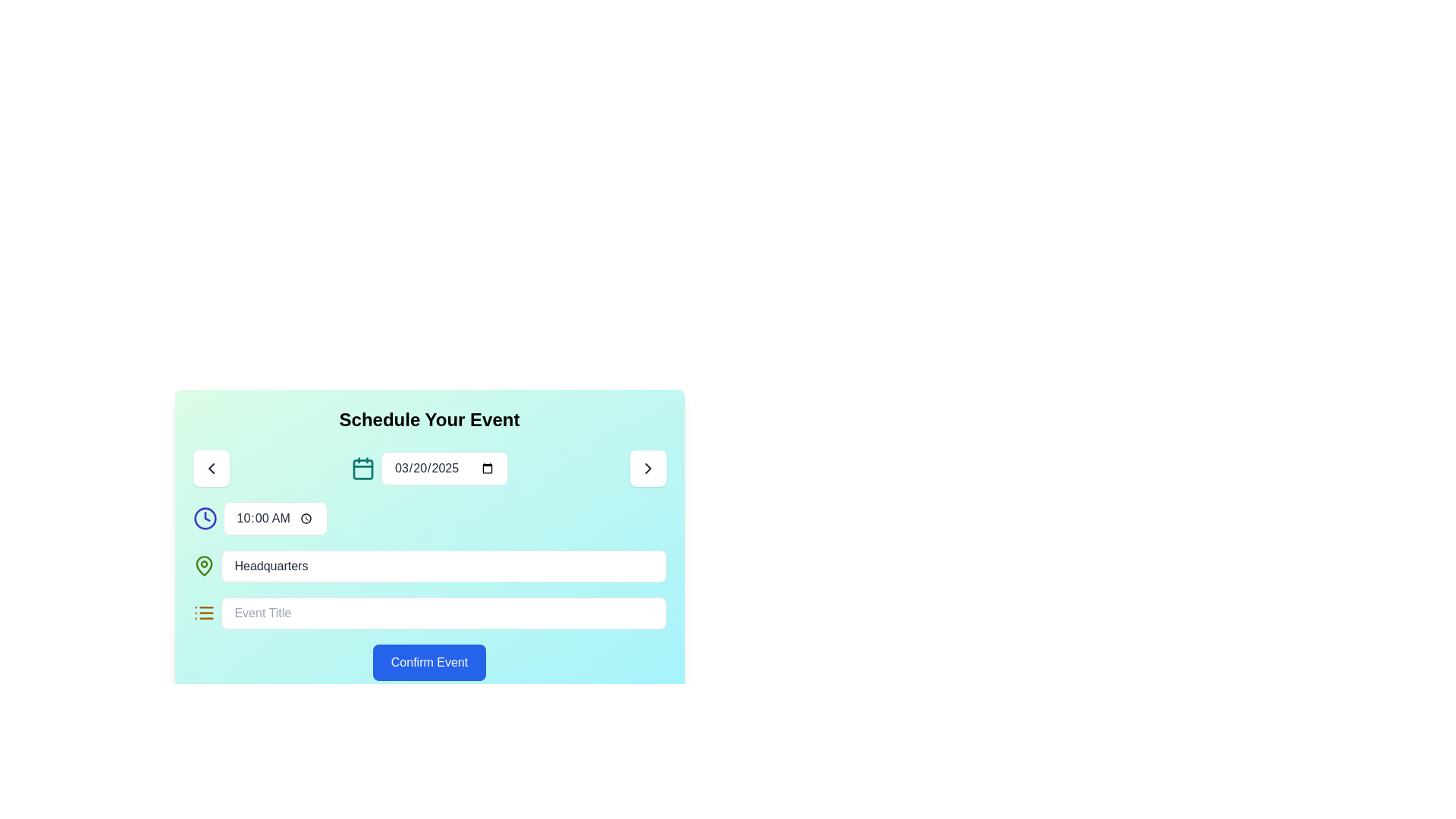 The width and height of the screenshot is (1456, 819). I want to click on the black leftward chevron icon inside the white rounded button, so click(210, 467).